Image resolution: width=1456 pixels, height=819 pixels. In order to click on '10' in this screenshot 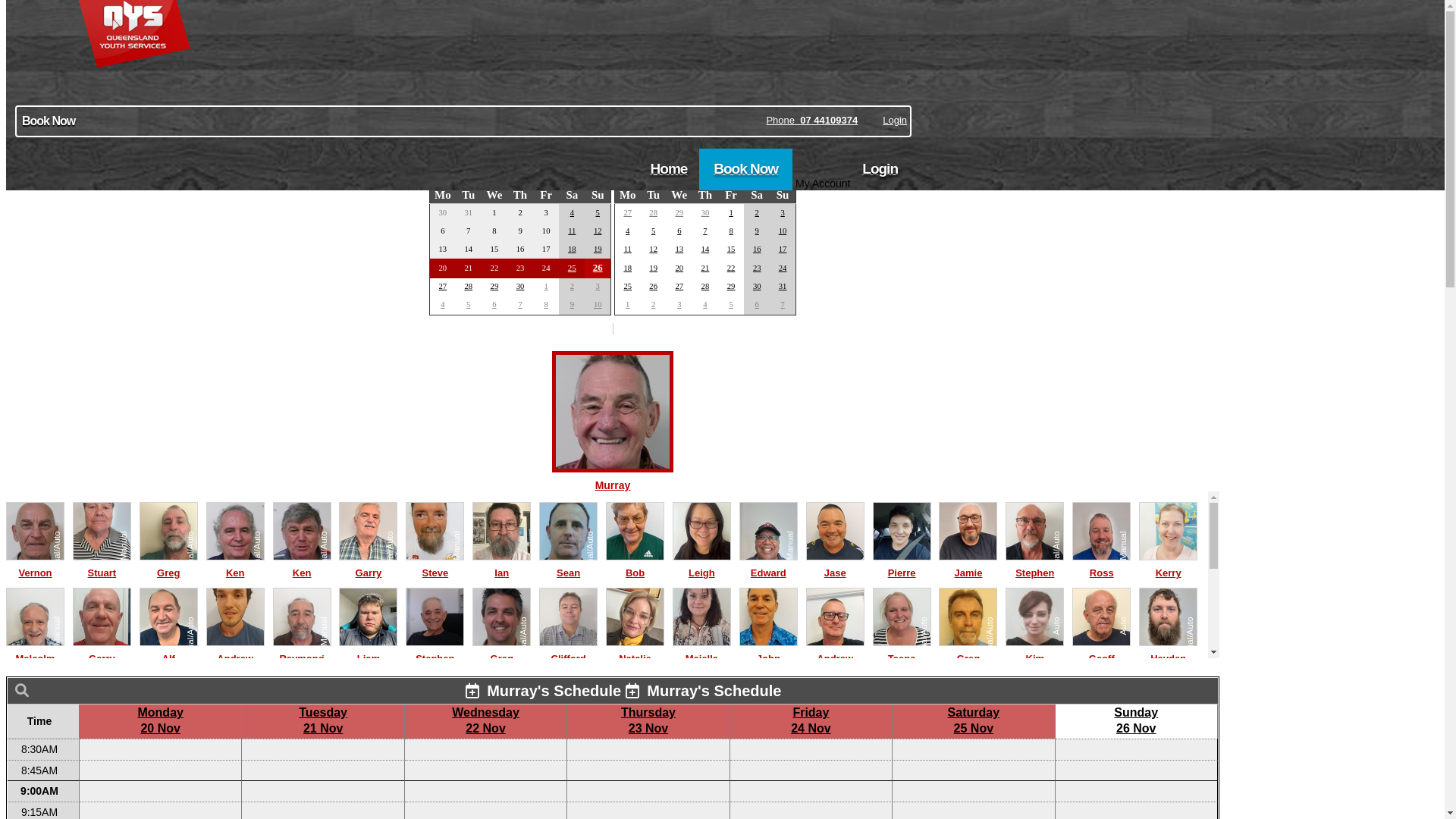, I will do `click(597, 304)`.